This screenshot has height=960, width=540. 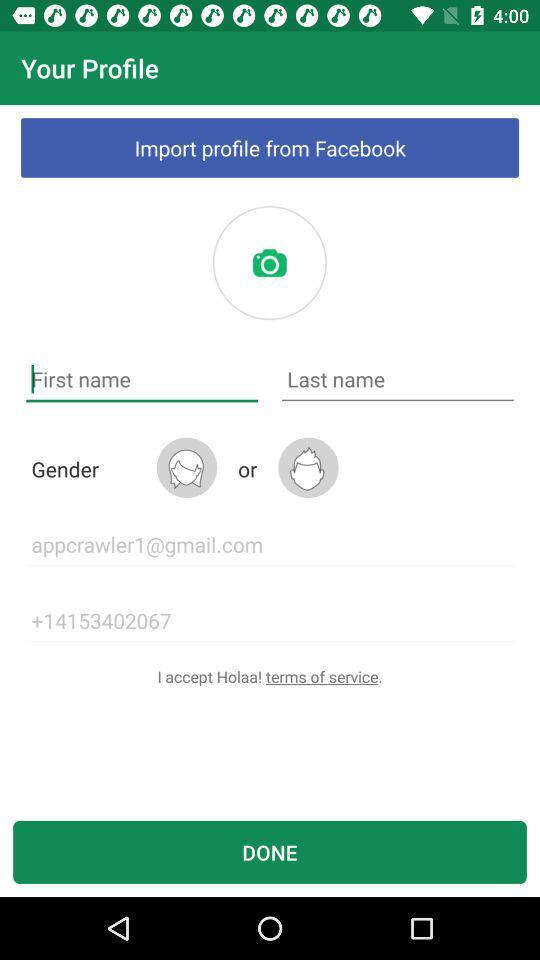 I want to click on the done icon, so click(x=270, y=851).